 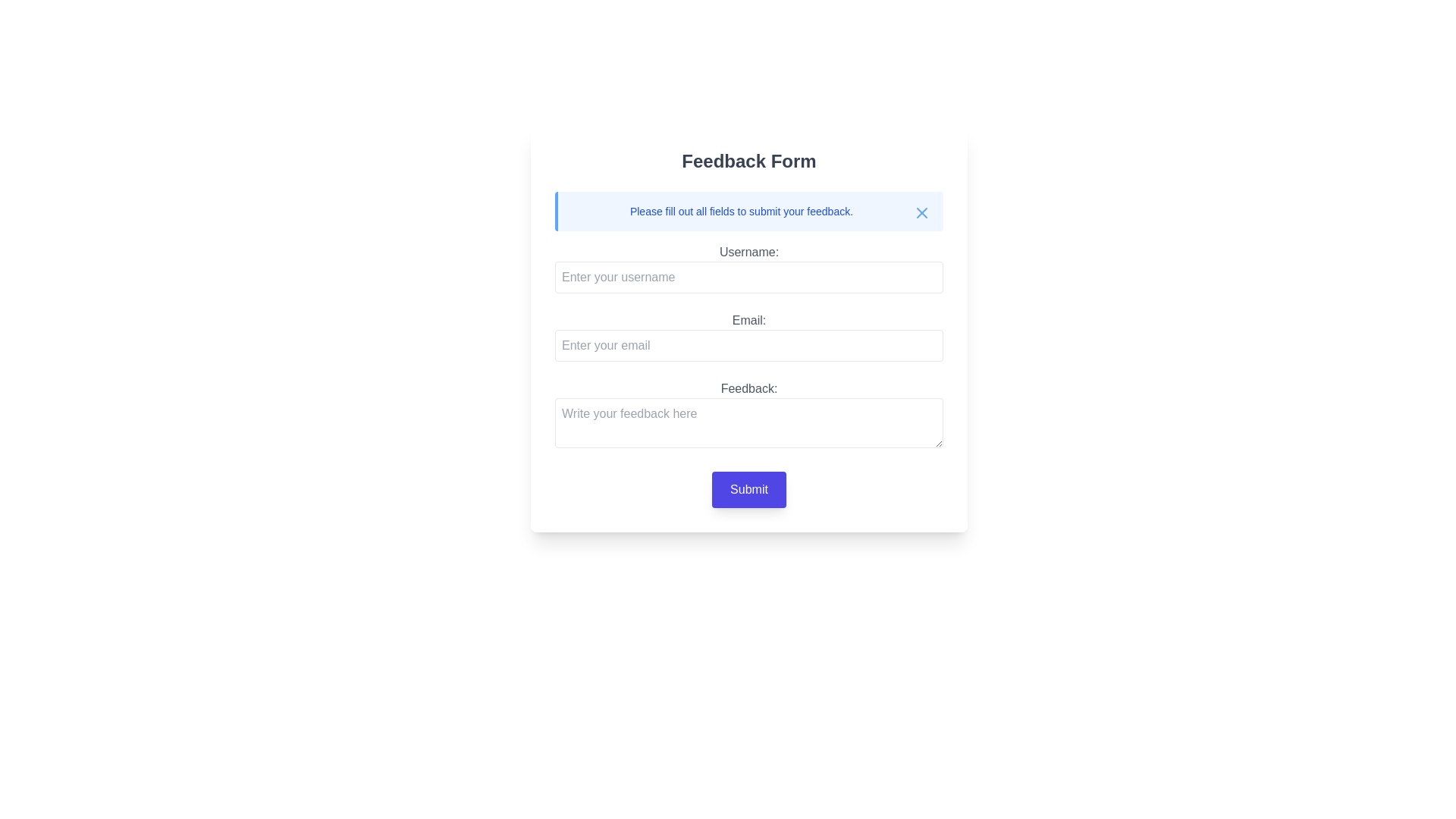 I want to click on the email input field, which is labeled 'Email:' and positioned below the 'Username:' field in the feedback form, to focus on it, so click(x=749, y=335).